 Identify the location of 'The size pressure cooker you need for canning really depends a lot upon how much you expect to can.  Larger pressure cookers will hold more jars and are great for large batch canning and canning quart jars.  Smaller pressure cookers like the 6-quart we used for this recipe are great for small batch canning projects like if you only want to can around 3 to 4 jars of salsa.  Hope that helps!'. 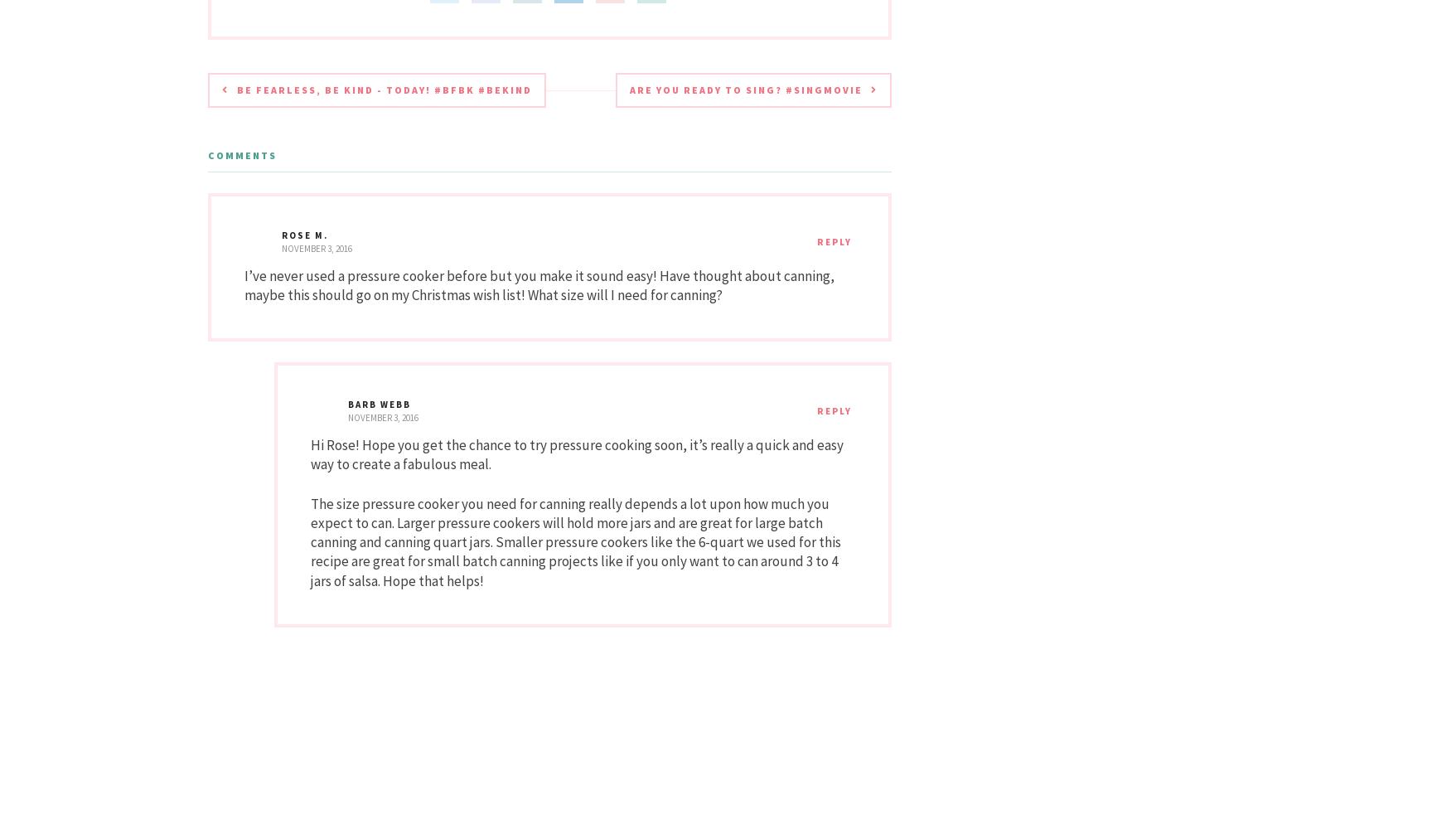
(310, 541).